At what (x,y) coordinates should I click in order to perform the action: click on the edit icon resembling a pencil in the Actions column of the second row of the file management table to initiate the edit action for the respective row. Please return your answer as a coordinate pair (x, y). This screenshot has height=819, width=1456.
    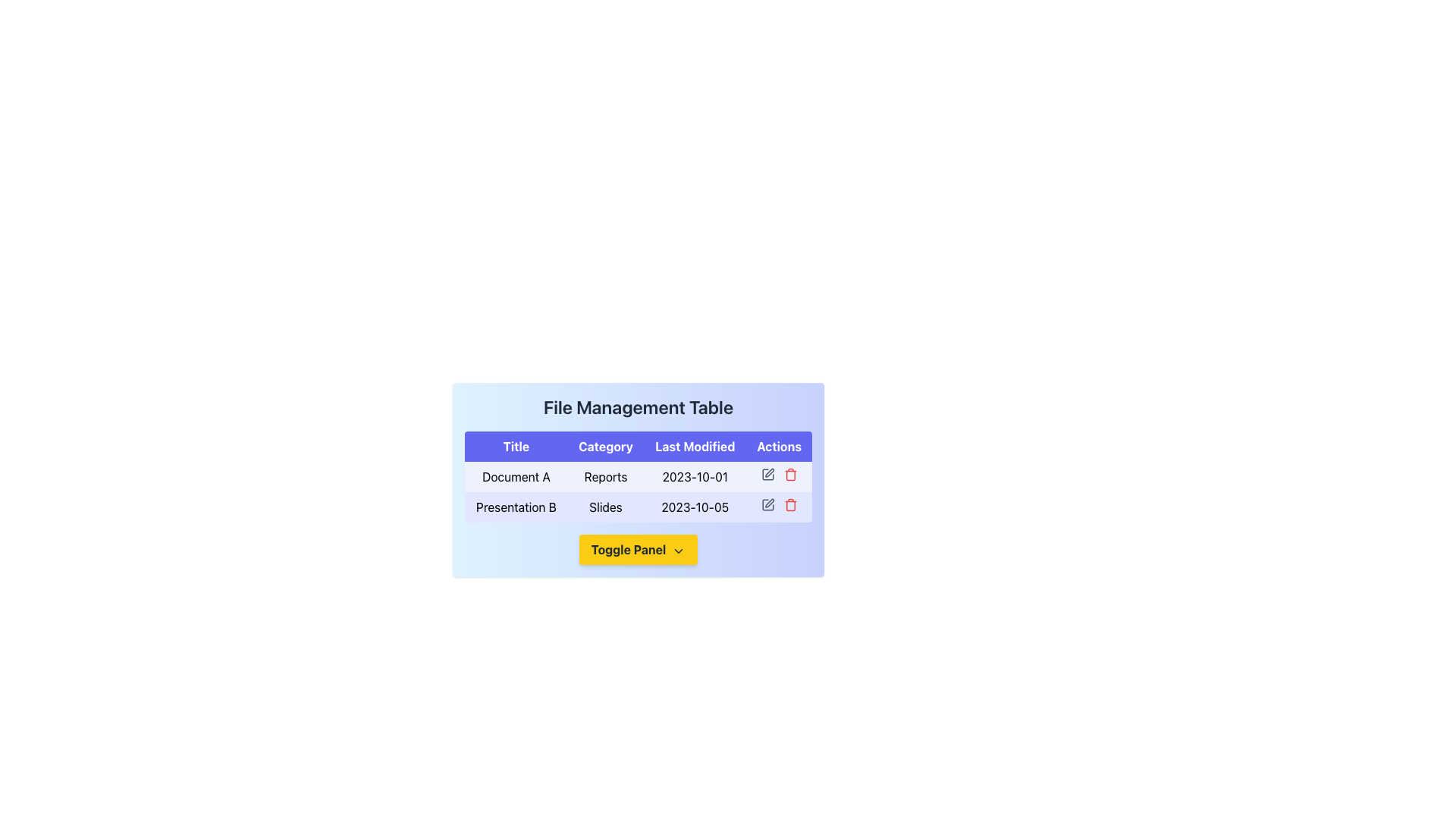
    Looking at the image, I should click on (769, 472).